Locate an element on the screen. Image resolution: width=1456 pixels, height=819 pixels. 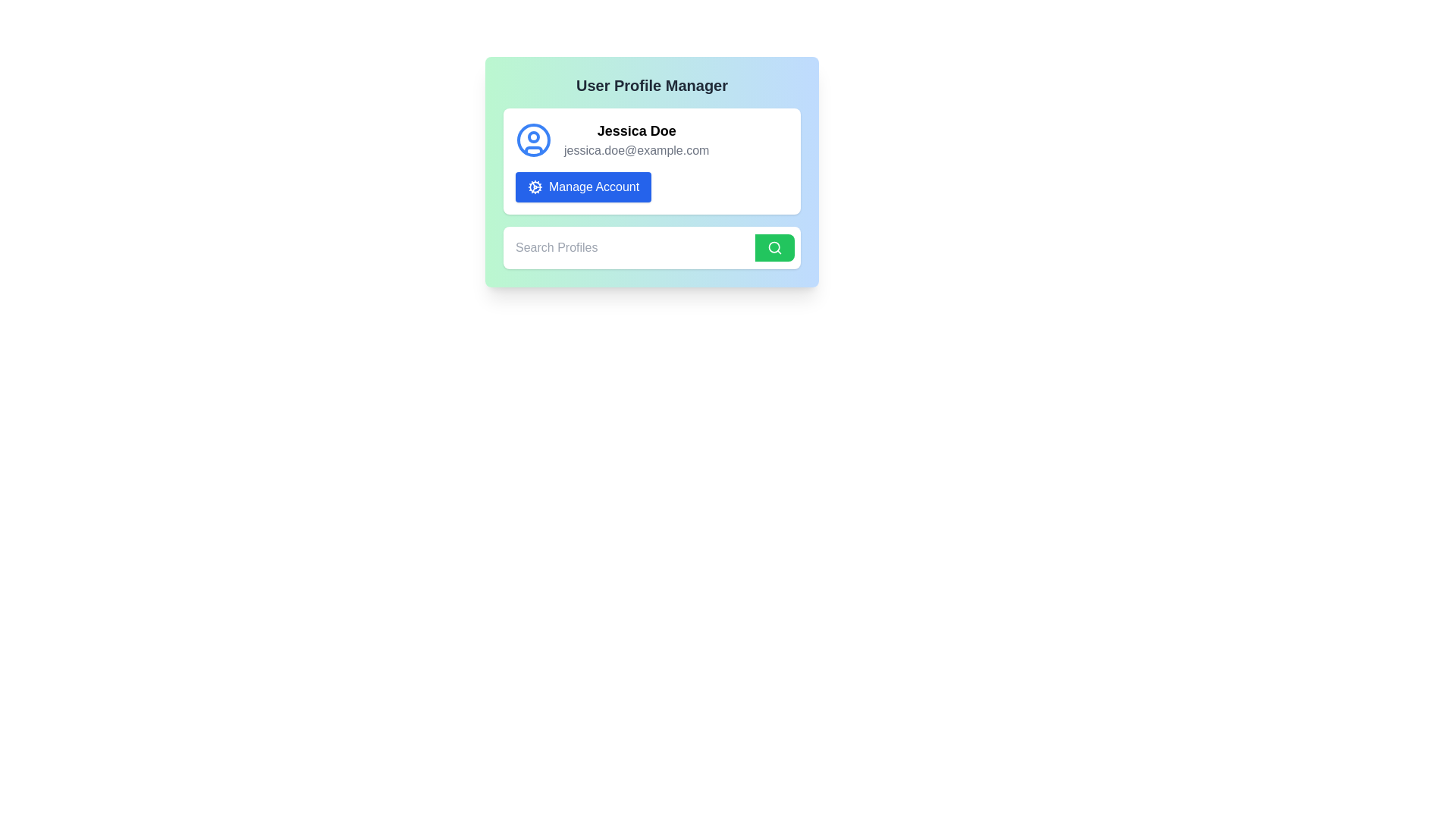
primary circle element of the cog-shaped SVG icon representing settings functionality under the 'User Profile Manager' title is located at coordinates (535, 186).